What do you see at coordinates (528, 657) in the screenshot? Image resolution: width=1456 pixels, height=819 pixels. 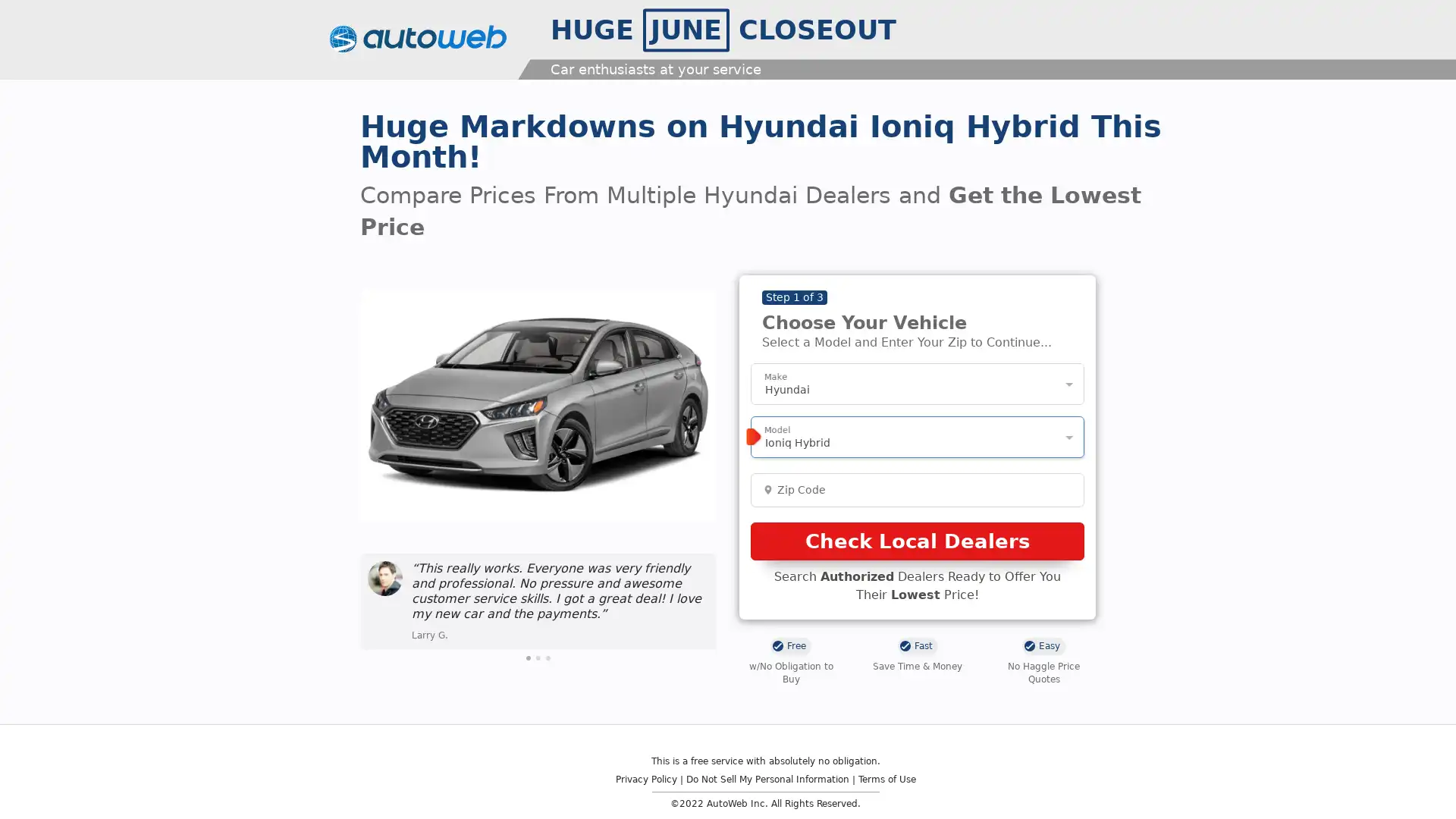 I see `Carousel Page 1 (Current Slide)` at bounding box center [528, 657].